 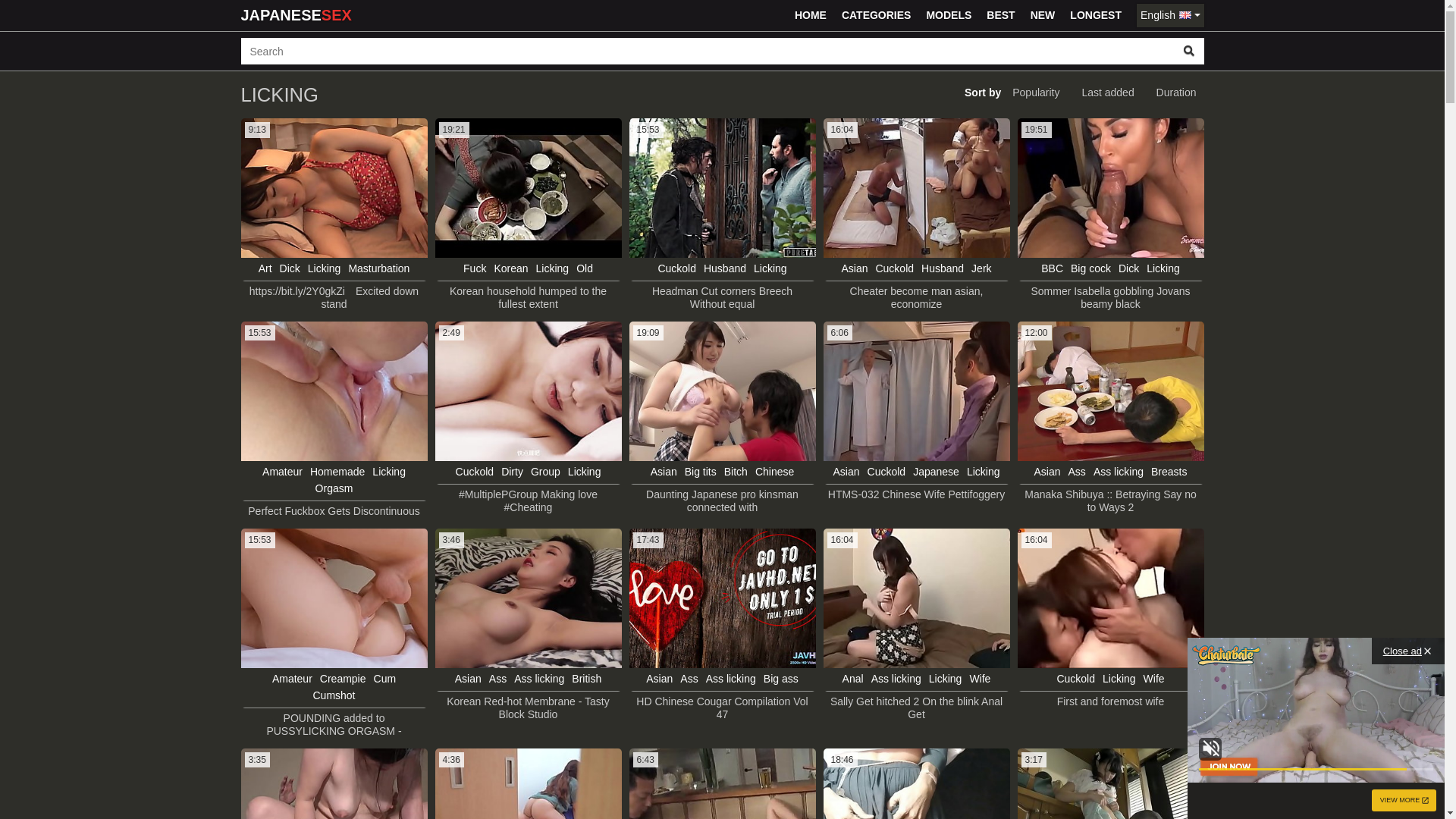 What do you see at coordinates (290, 268) in the screenshot?
I see `'Dick'` at bounding box center [290, 268].